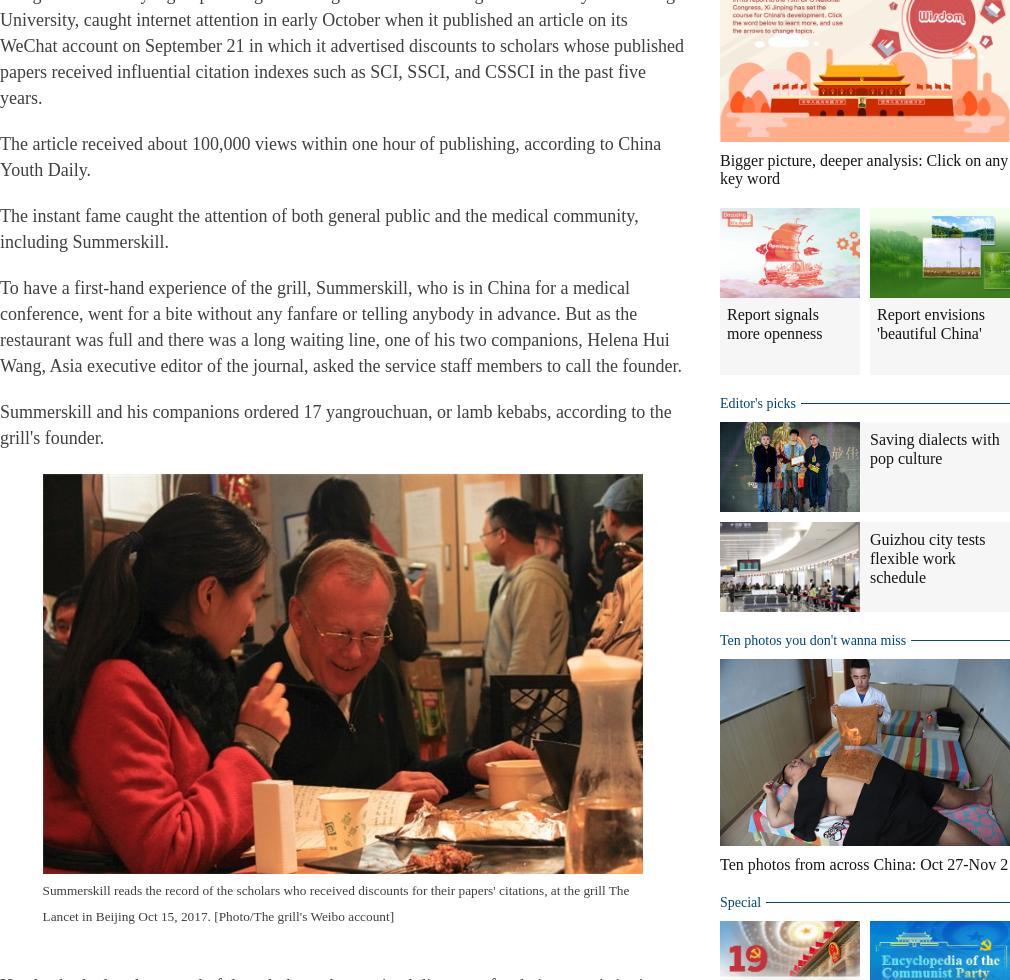  I want to click on 'Ten photos from across China: Oct 27-Nov 2', so click(863, 864).